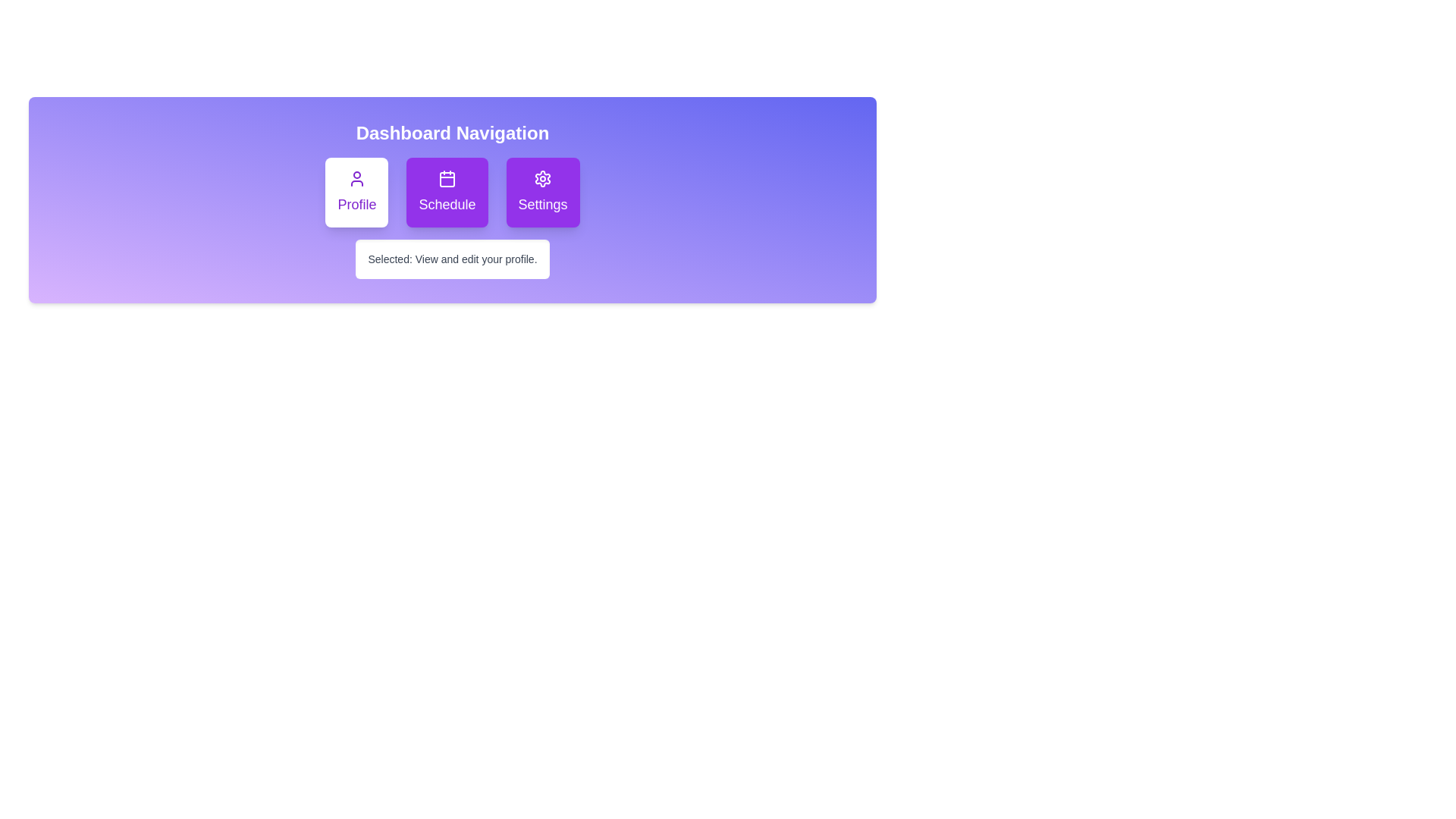  I want to click on the middle navigation button of the horizontally aligned group, so click(451, 192).